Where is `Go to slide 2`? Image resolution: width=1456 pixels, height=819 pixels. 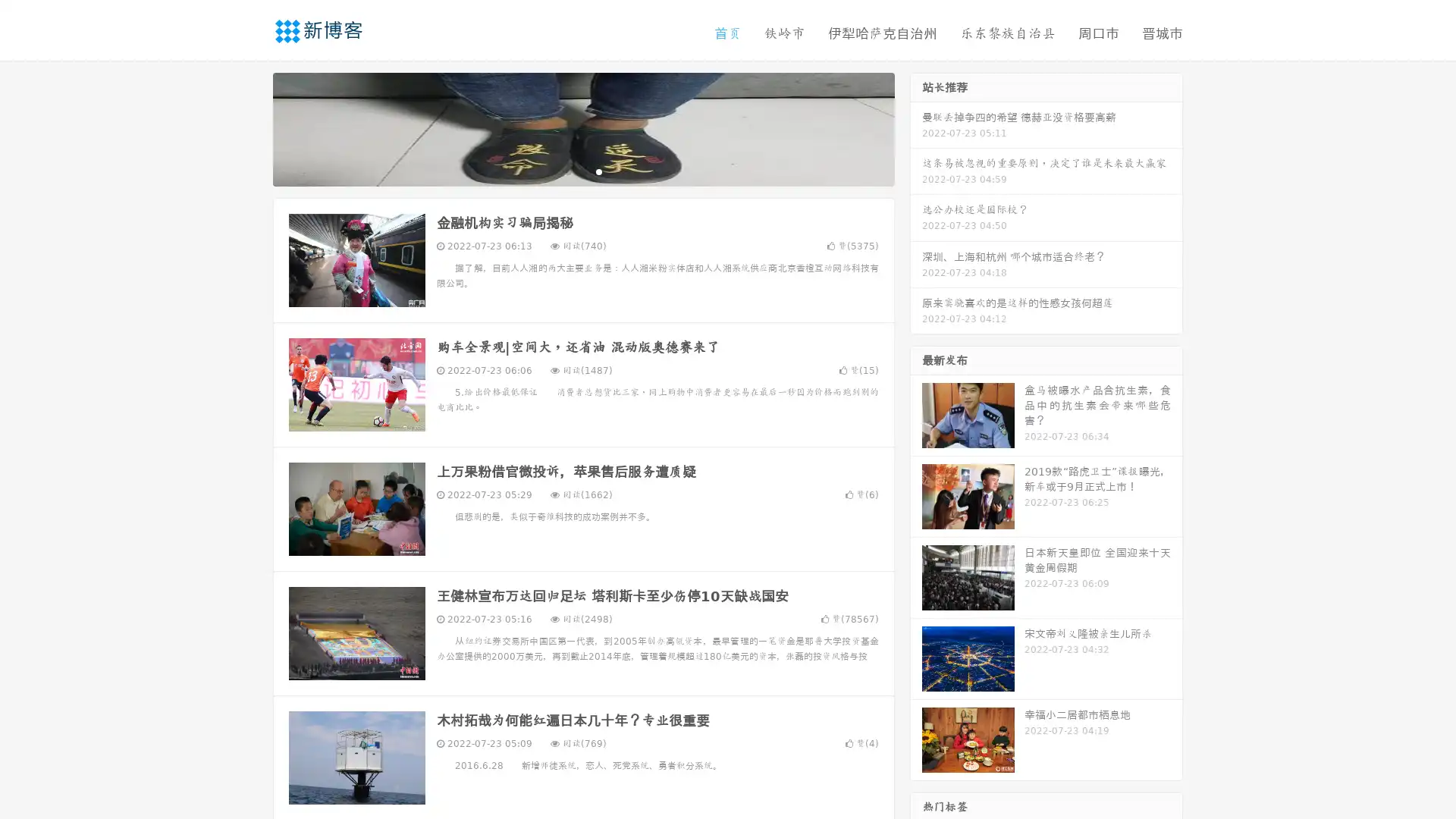
Go to slide 2 is located at coordinates (582, 171).